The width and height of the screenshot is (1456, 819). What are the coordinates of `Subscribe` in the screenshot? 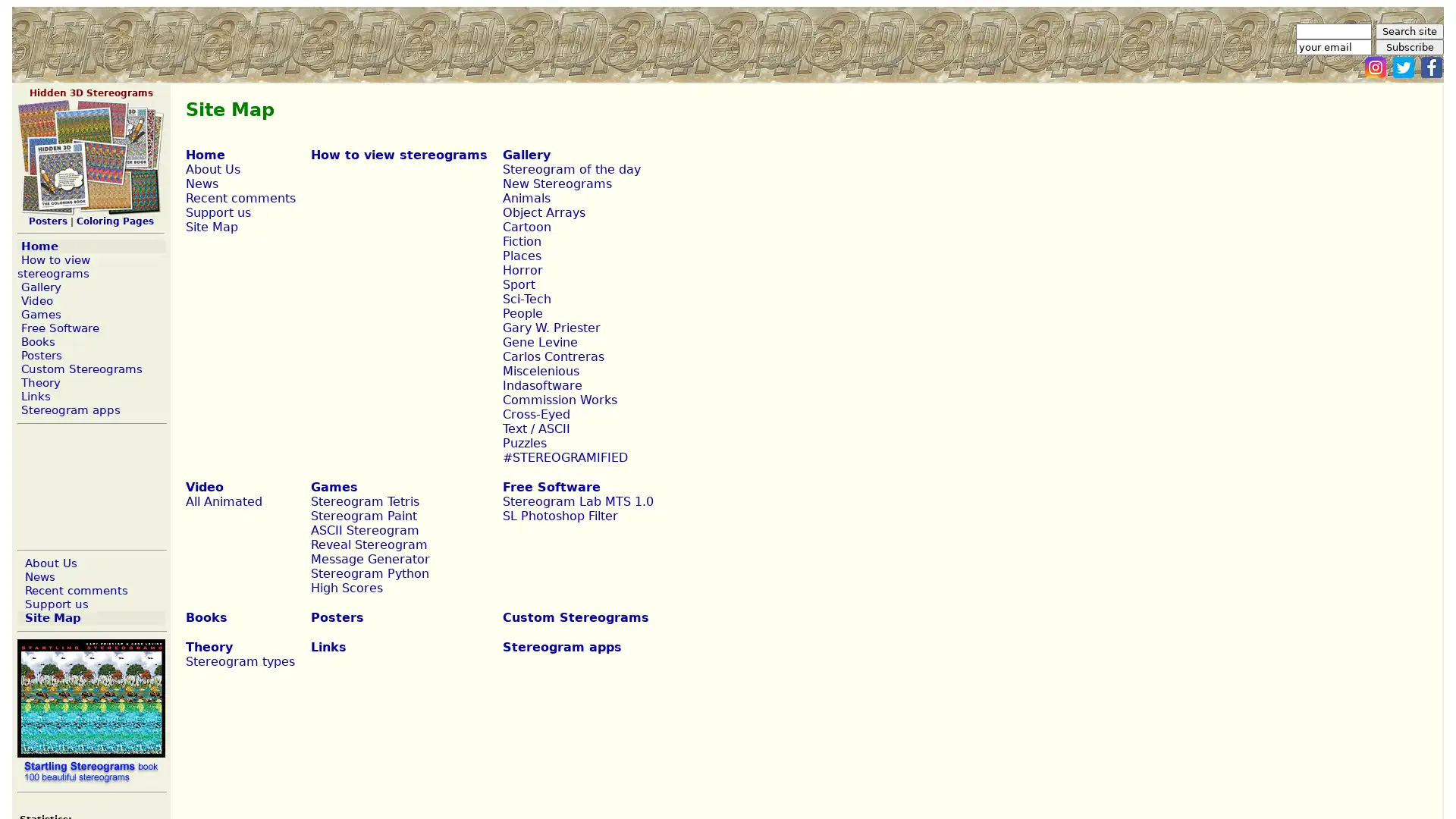 It's located at (1408, 46).